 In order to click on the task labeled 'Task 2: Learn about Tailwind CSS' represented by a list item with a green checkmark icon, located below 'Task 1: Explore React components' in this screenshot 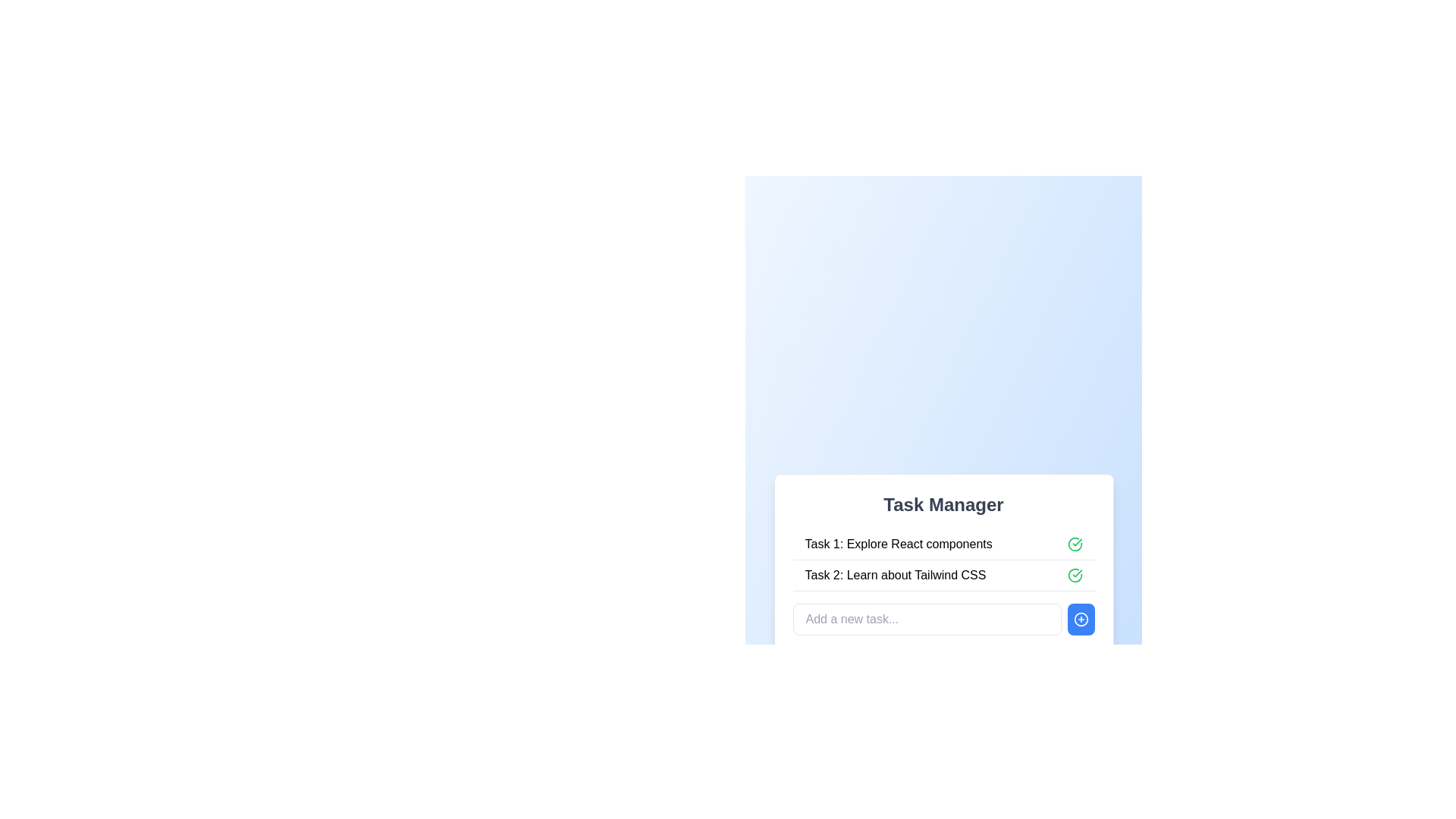, I will do `click(943, 576)`.